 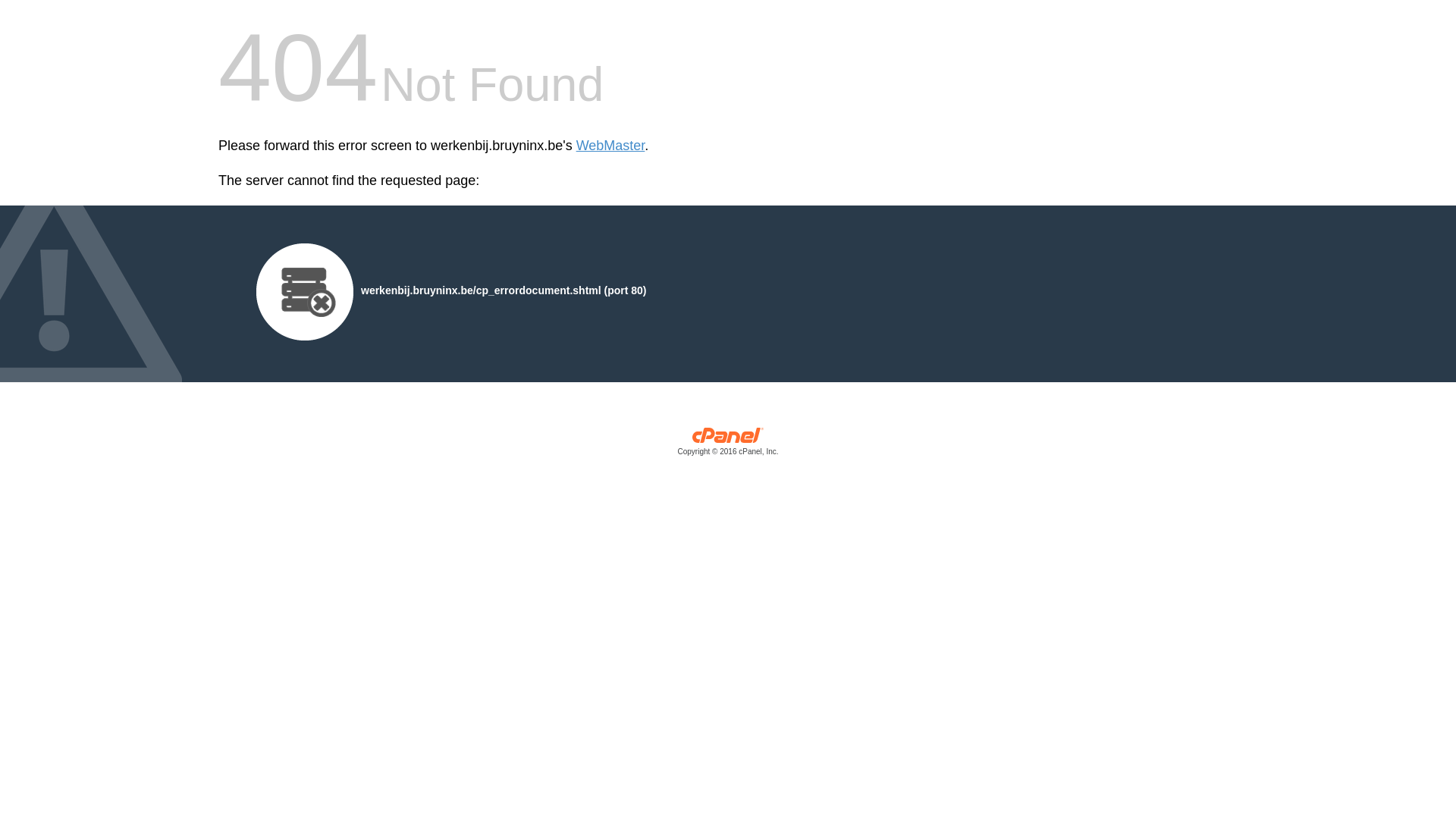 What do you see at coordinates (610, 146) in the screenshot?
I see `'WebMaster'` at bounding box center [610, 146].